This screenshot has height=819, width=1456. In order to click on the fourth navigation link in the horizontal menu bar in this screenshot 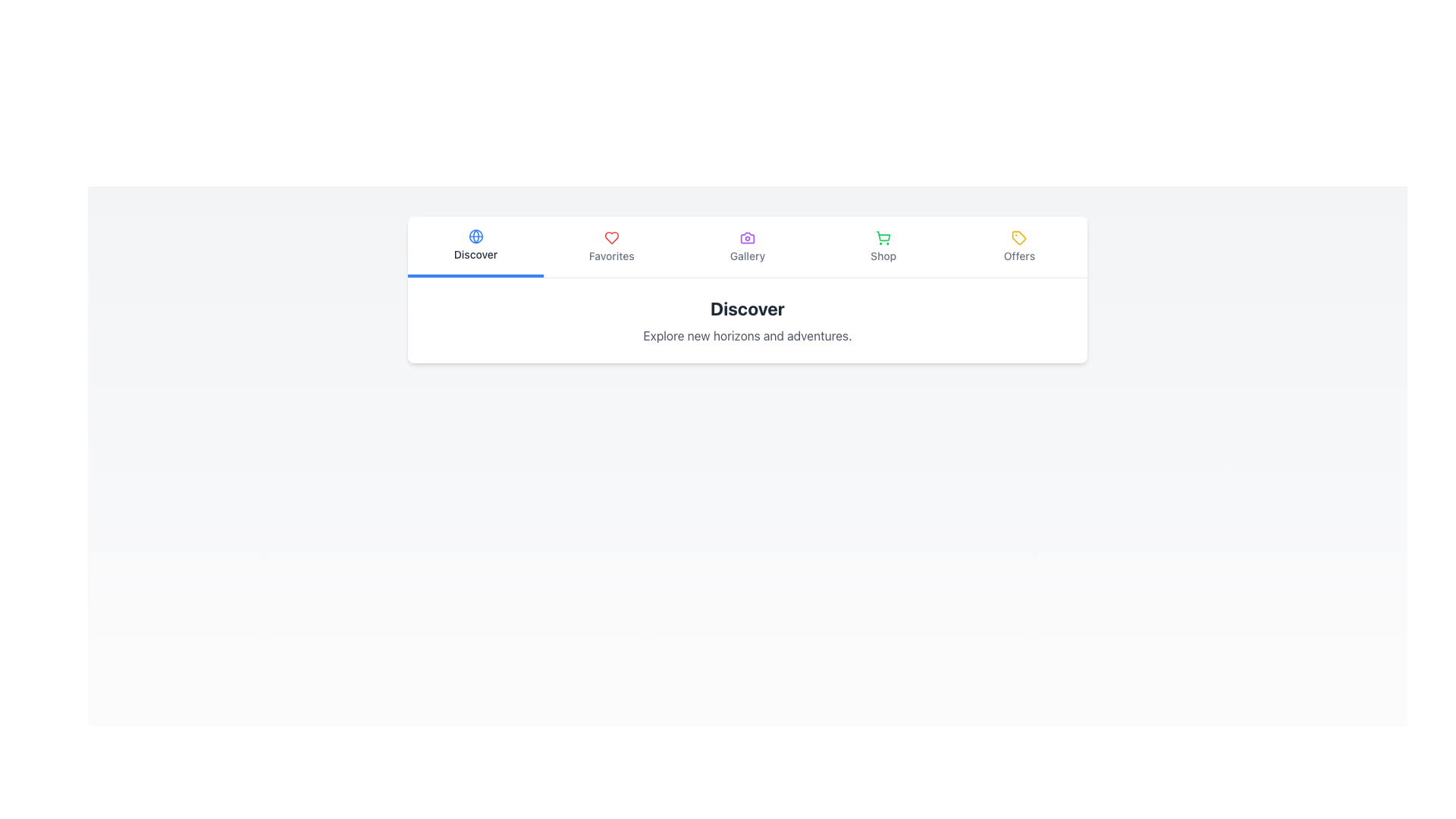, I will do `click(883, 246)`.